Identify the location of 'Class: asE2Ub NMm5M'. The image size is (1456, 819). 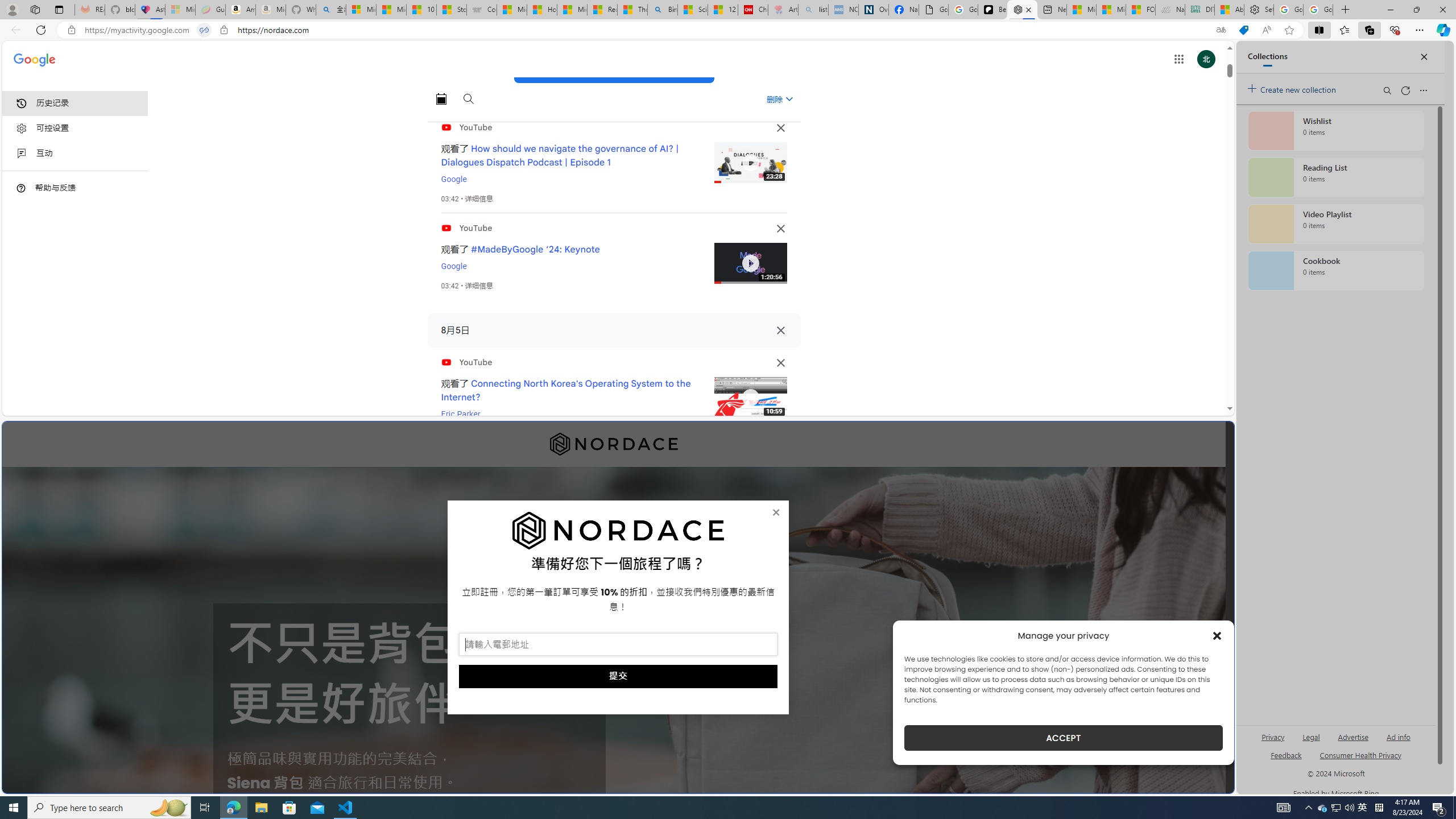
(788, 98).